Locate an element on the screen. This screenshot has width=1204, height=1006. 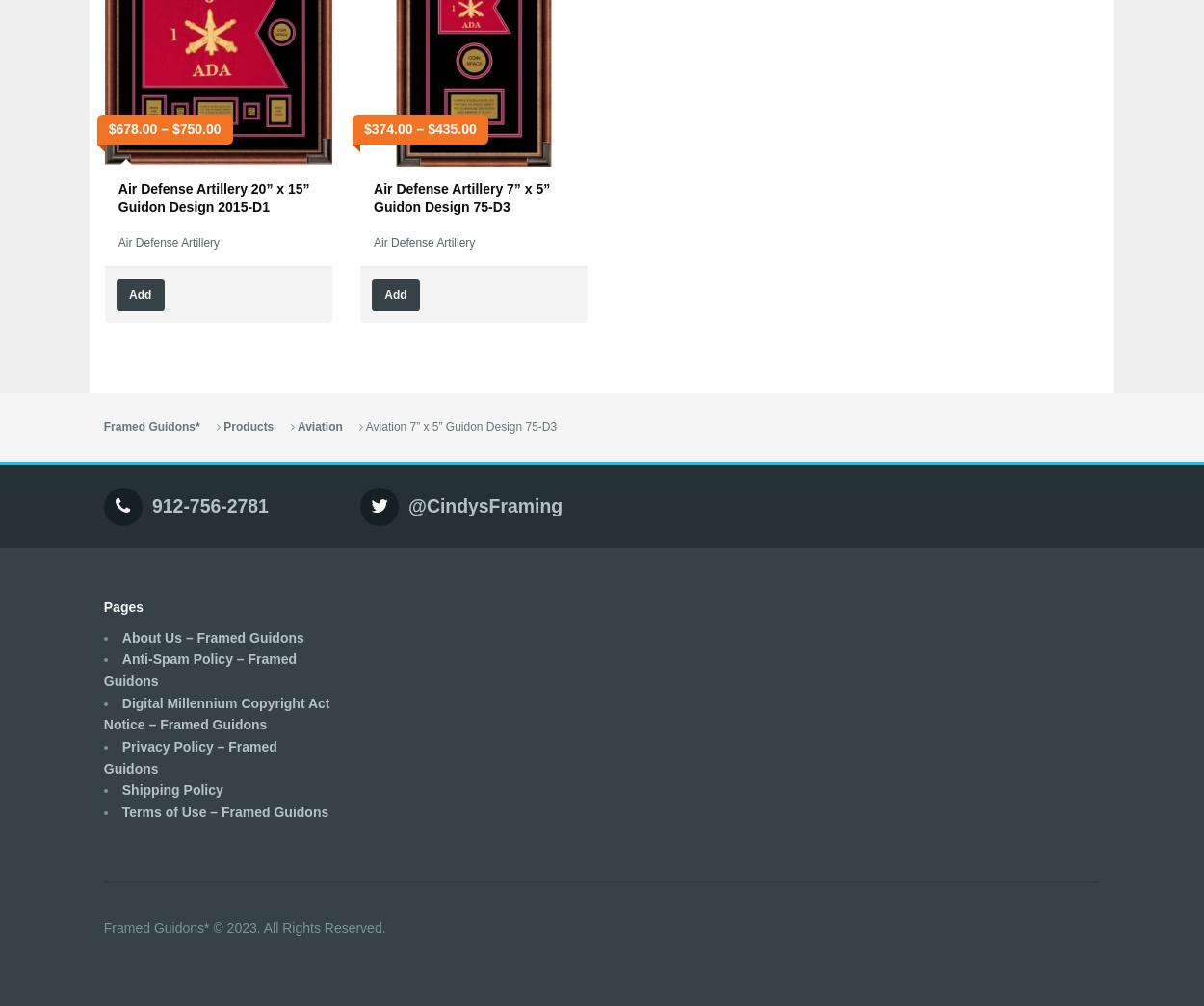
'Air Defense Artillery 7” x 5” Guidon Design 75-D3' is located at coordinates (460, 198).